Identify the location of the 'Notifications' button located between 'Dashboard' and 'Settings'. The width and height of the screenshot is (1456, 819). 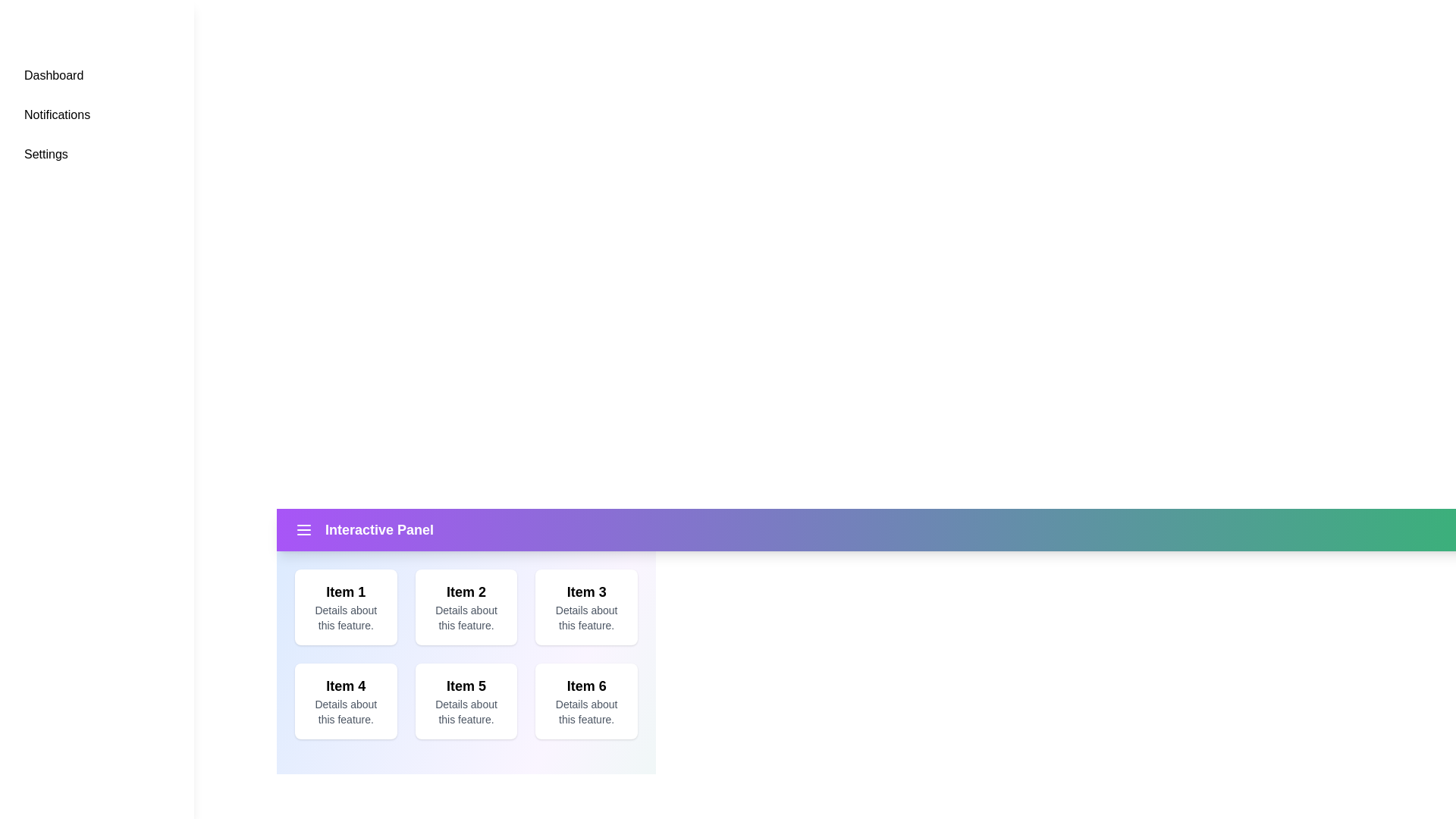
(96, 114).